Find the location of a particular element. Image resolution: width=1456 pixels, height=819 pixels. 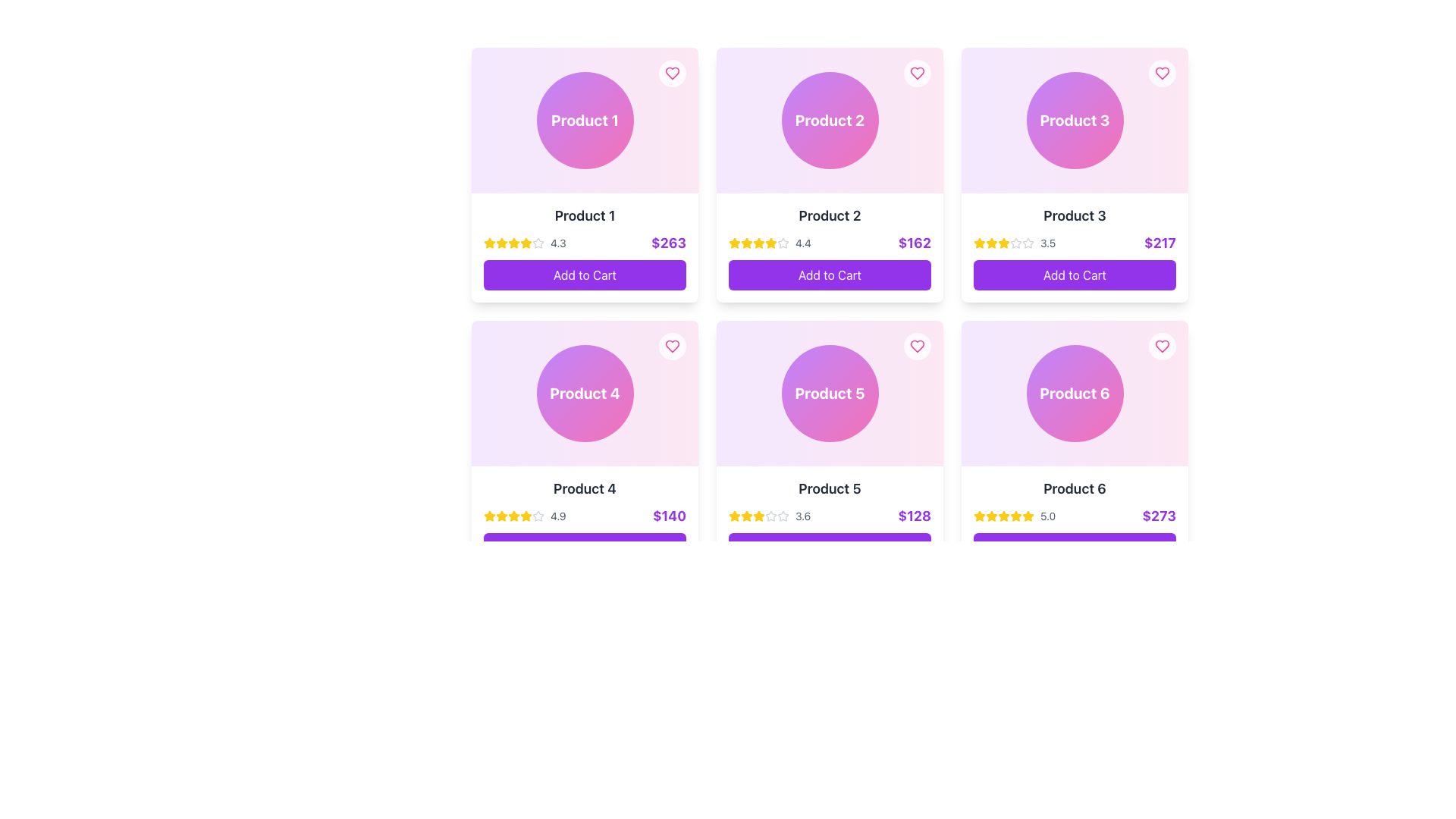

the Text element displaying the average rating of 'Product 3', located next to the rightmost star icon in the rating section of the third product card in the first row of the product grid is located at coordinates (1047, 242).